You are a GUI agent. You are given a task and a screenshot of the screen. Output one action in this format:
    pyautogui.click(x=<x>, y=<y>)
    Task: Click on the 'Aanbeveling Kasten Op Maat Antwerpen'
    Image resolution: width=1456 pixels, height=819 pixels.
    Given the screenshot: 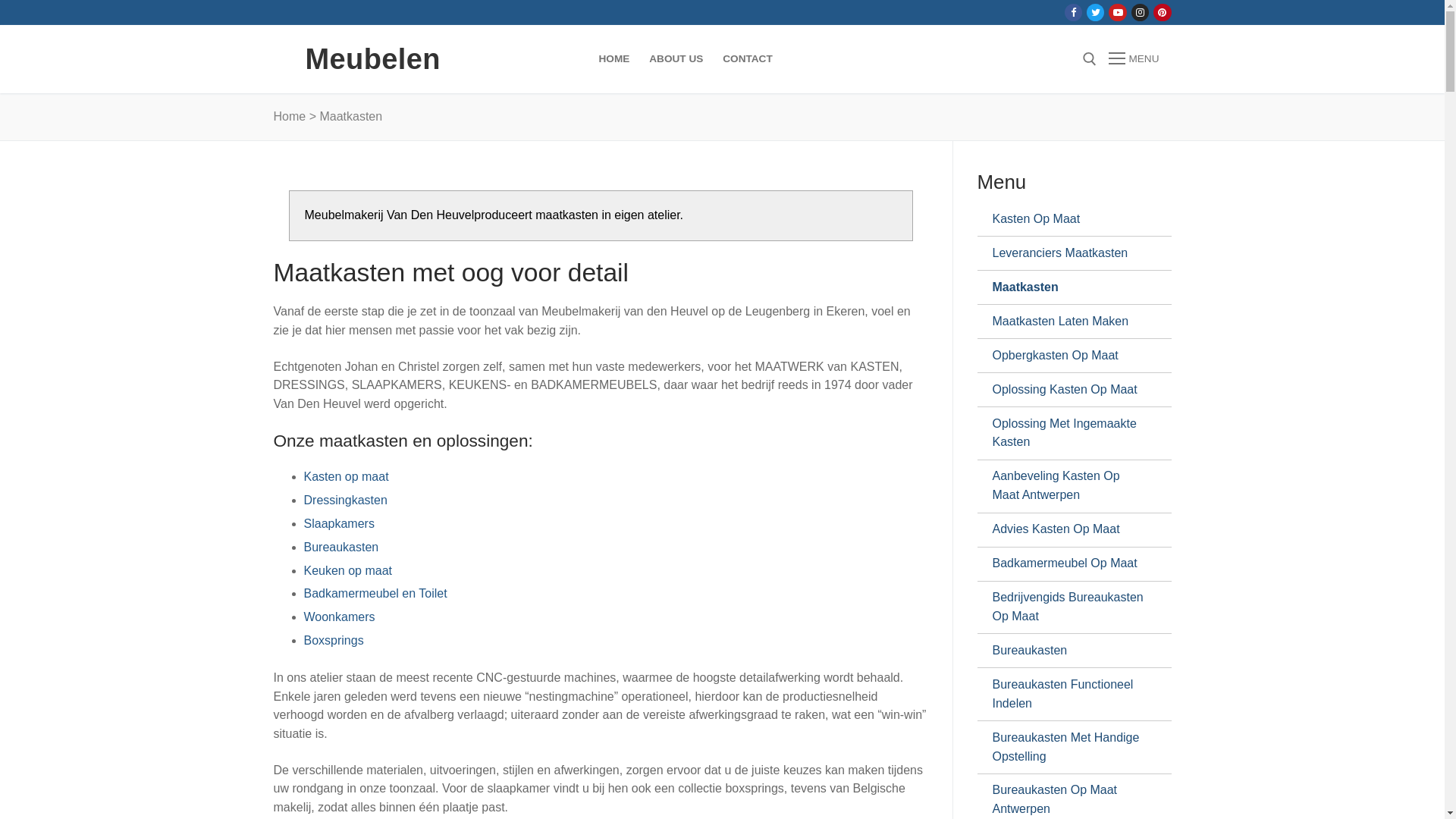 What is the action you would take?
    pyautogui.click(x=1066, y=486)
    